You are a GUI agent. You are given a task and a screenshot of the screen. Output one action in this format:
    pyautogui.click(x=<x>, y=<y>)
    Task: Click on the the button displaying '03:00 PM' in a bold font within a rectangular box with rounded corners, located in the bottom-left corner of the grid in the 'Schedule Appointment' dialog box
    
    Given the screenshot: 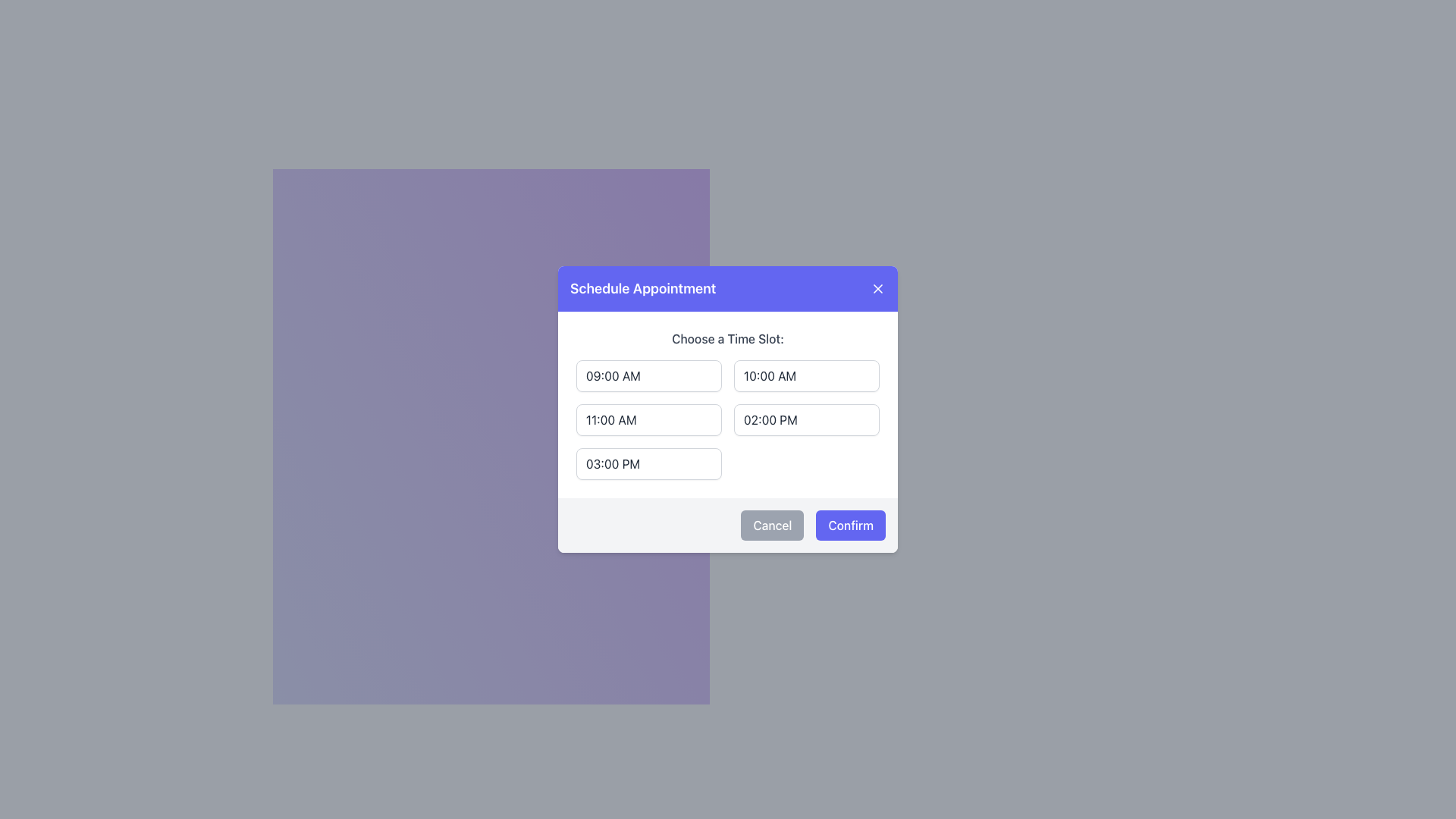 What is the action you would take?
    pyautogui.click(x=648, y=463)
    